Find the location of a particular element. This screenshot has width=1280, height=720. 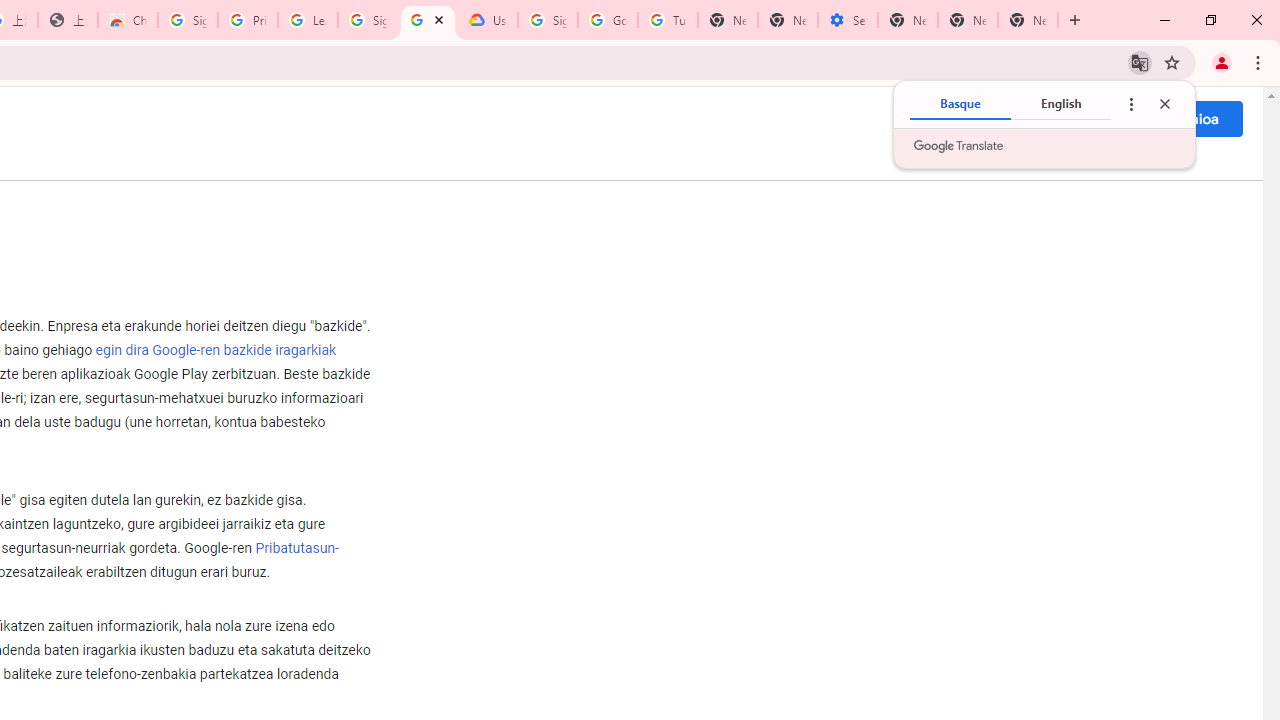

'Turn cookies on or off - Computer - Google Account Help' is located at coordinates (667, 20).